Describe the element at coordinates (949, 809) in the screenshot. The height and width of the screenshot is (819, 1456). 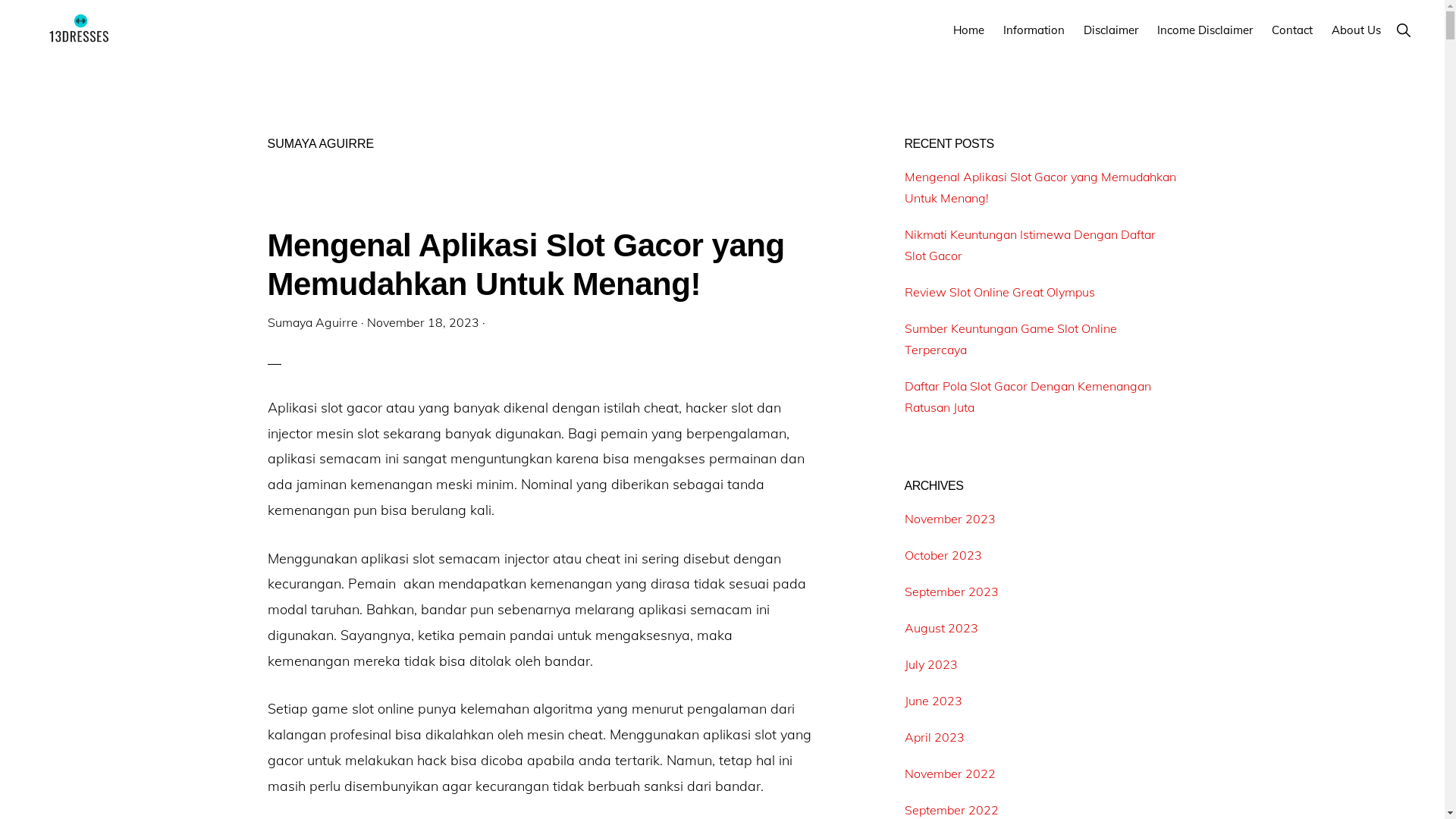
I see `'September 2022'` at that location.